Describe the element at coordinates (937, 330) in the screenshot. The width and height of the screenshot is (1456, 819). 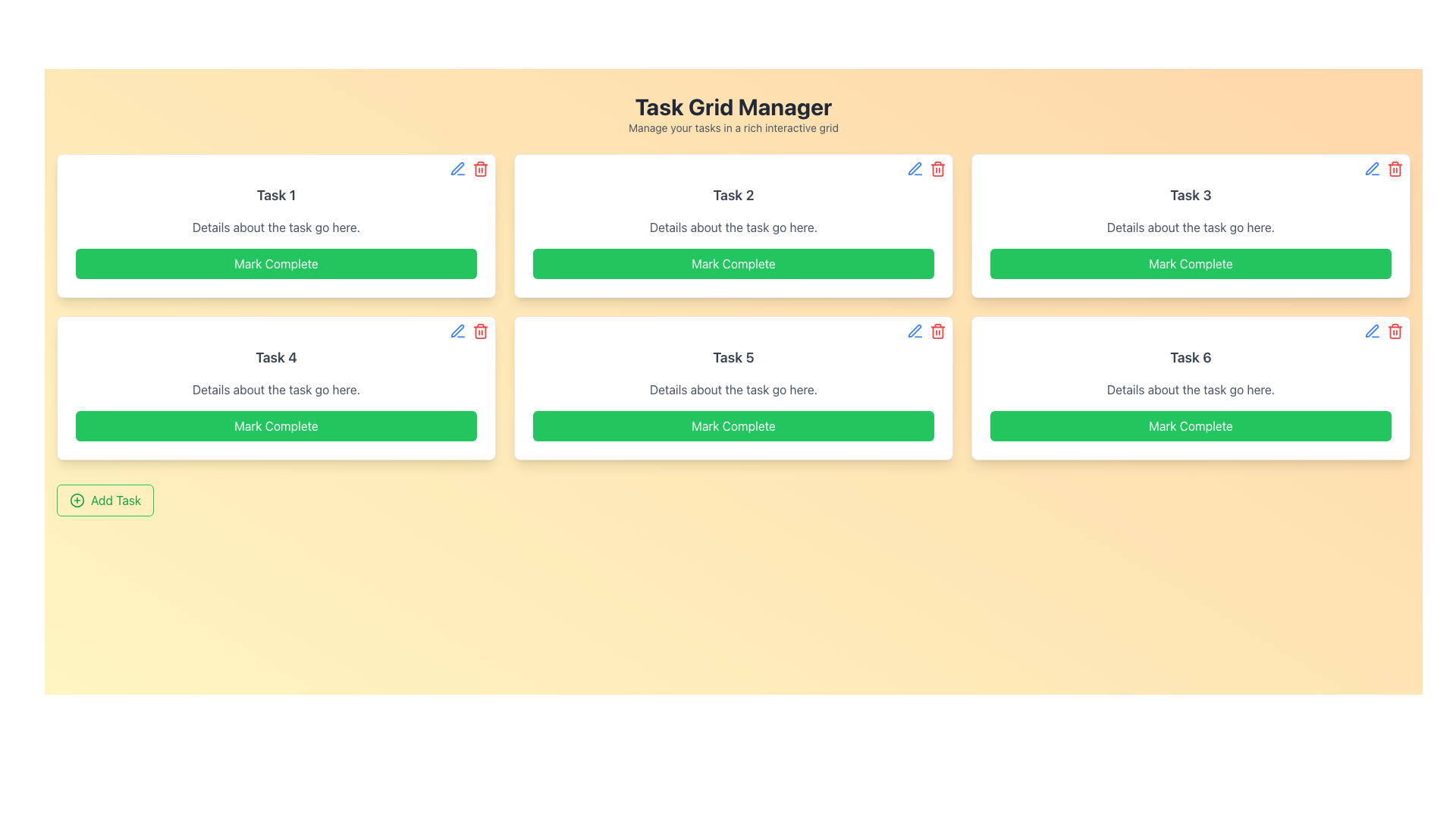
I see `the red trash icon button located in the top-right corner of the task card` at that location.